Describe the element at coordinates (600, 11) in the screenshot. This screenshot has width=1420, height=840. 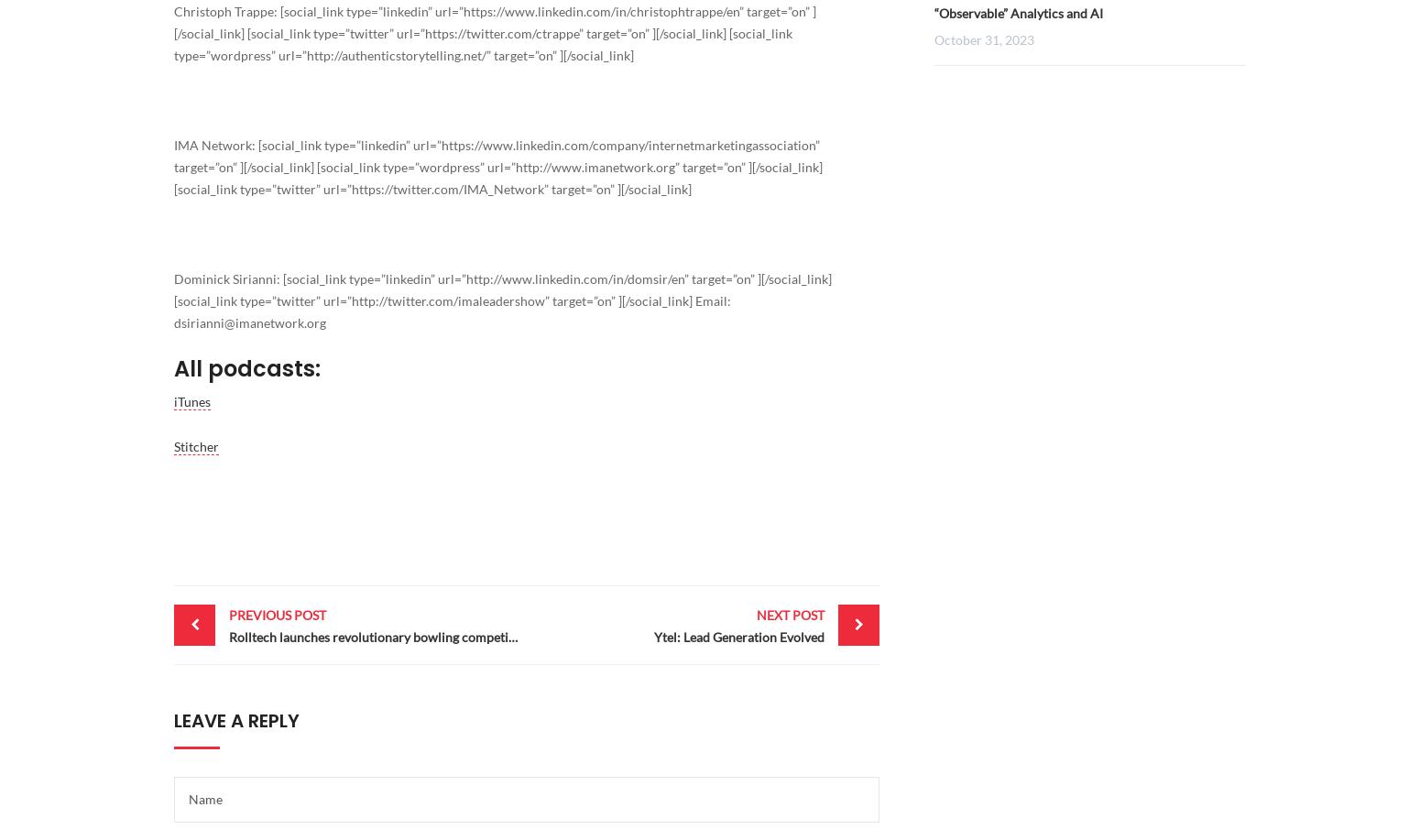
I see `'https://www.linkedin.com/in/christophtrappe/en'` at that location.